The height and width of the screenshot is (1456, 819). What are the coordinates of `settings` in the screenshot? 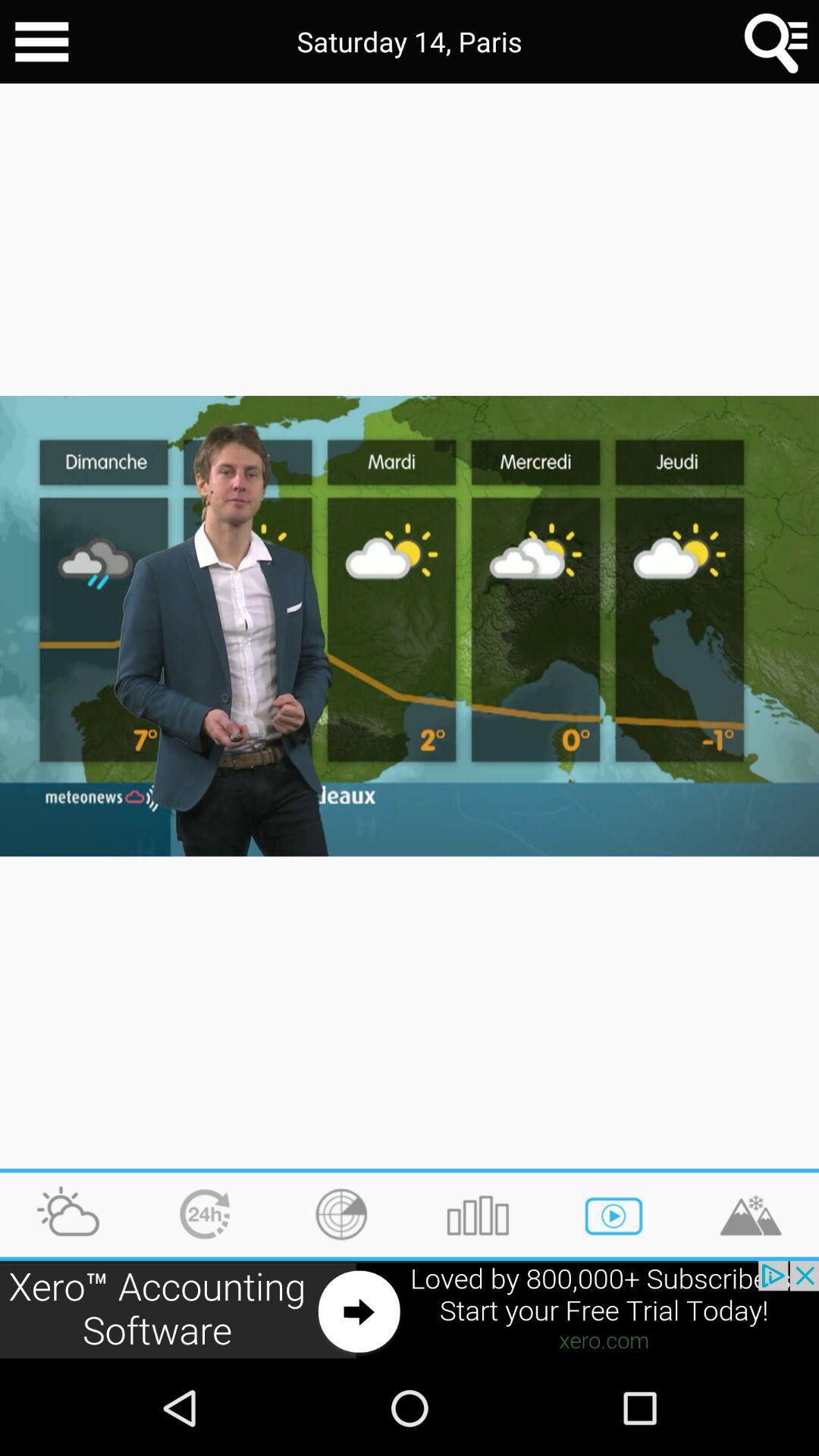 It's located at (41, 42).